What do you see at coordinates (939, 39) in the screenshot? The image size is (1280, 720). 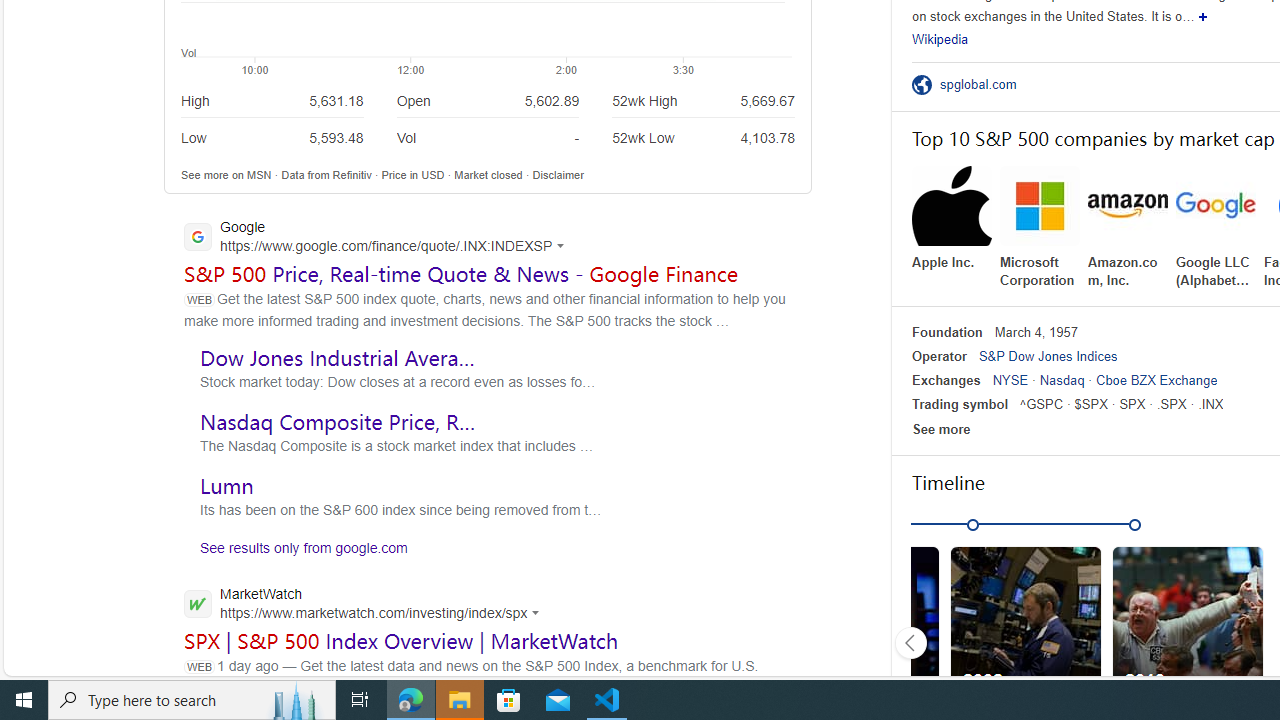 I see `'Wikipedia'` at bounding box center [939, 39].